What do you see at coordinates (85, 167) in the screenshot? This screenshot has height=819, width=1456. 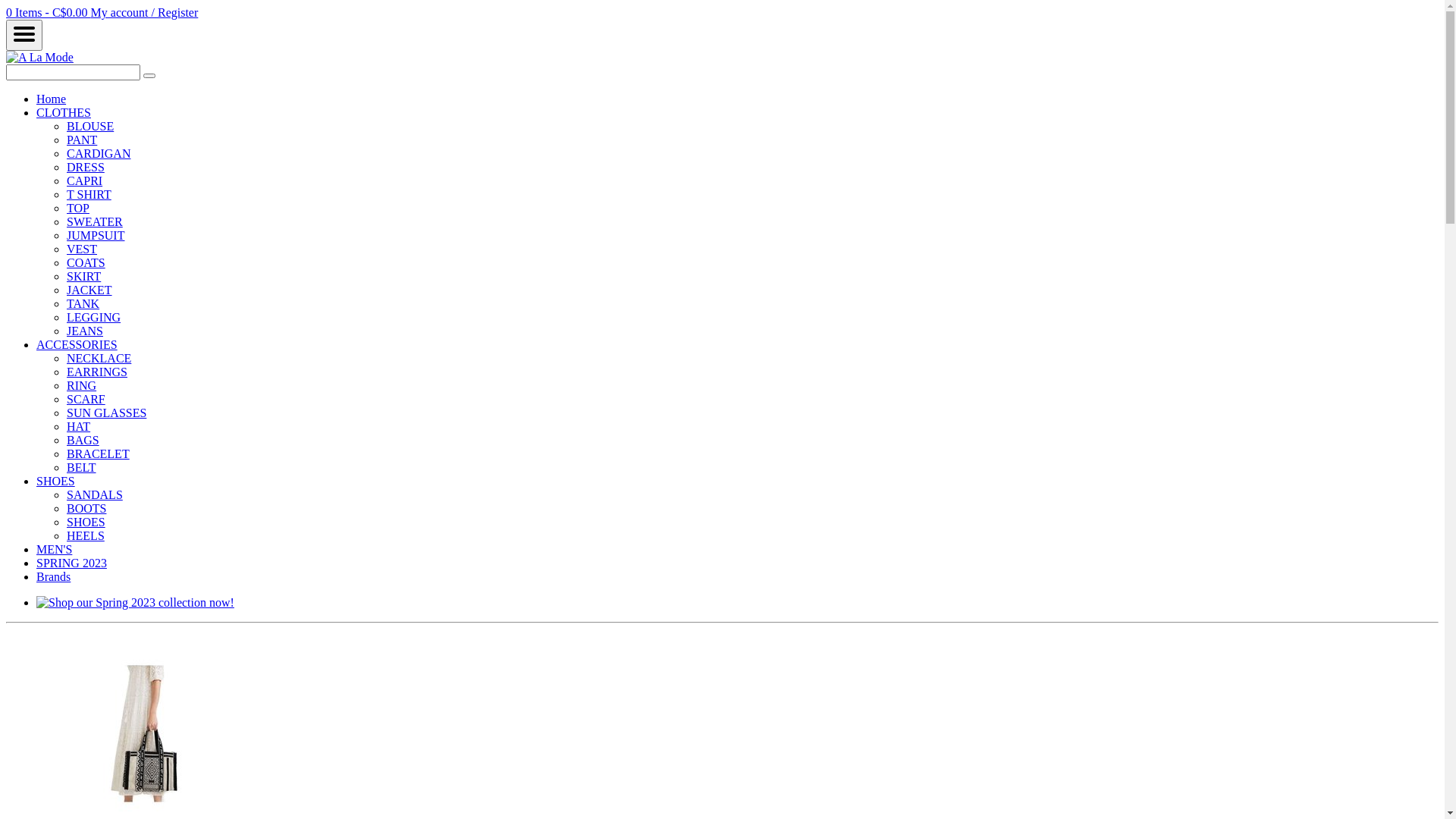 I see `'DRESS'` at bounding box center [85, 167].